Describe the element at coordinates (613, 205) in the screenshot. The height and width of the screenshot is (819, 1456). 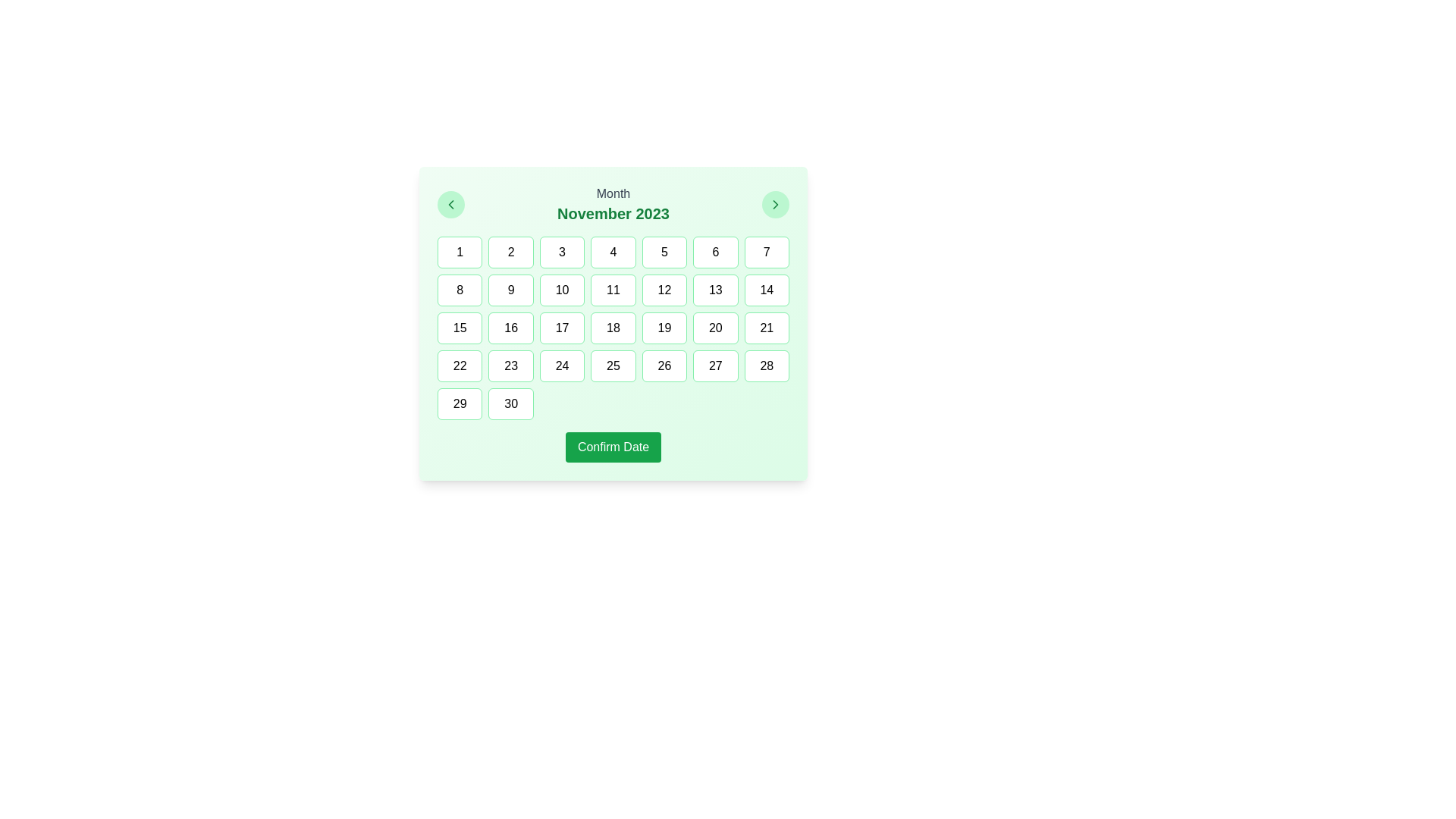
I see `text from the header element that displays 'Month' in grey and 'November 2023' in bold green, located at the top center of the calendar interface` at that location.